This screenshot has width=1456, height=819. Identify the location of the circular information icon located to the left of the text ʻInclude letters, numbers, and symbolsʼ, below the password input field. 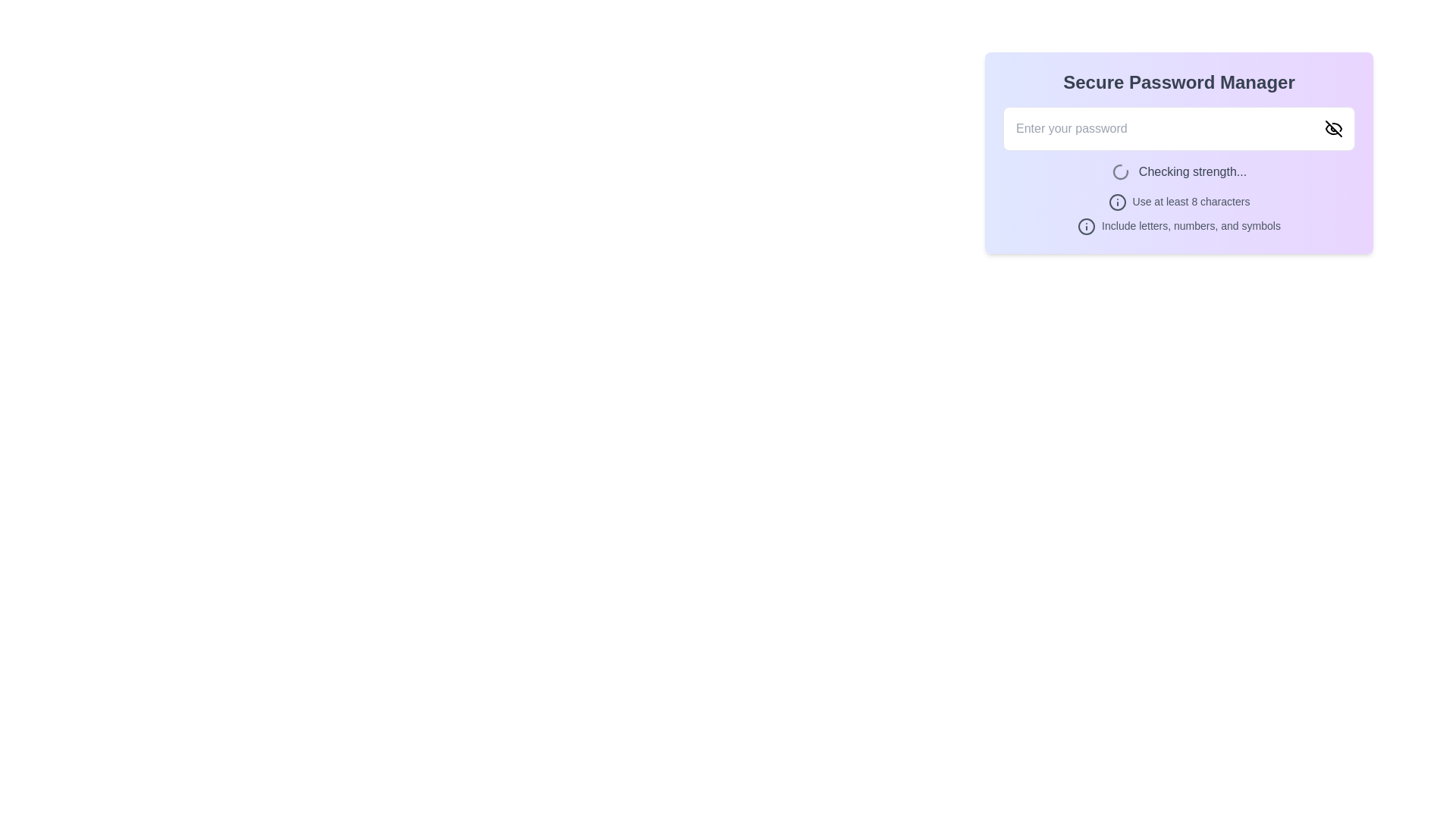
(1086, 227).